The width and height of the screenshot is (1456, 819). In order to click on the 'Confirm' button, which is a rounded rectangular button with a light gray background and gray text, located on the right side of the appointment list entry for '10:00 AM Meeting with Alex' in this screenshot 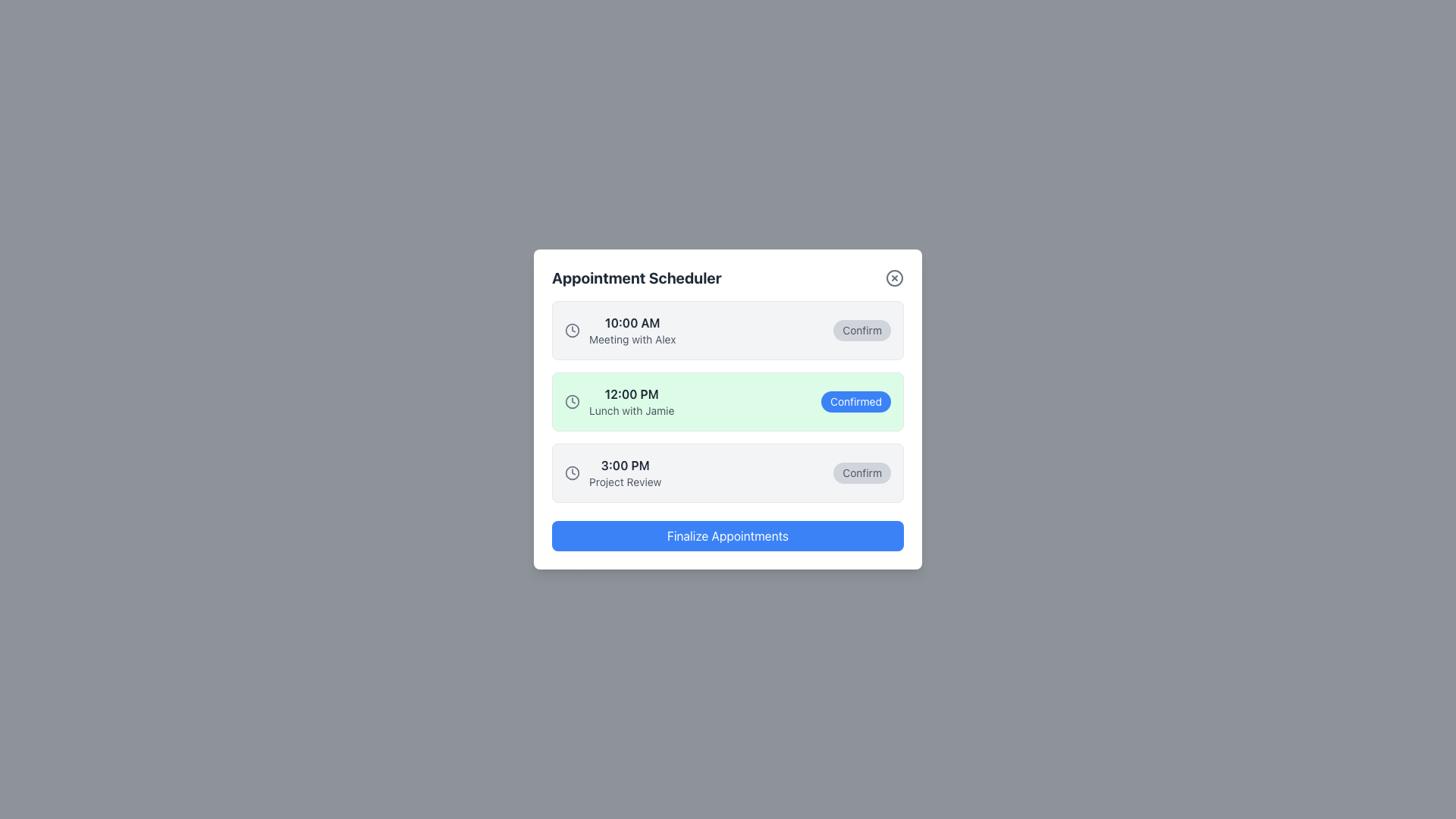, I will do `click(862, 329)`.